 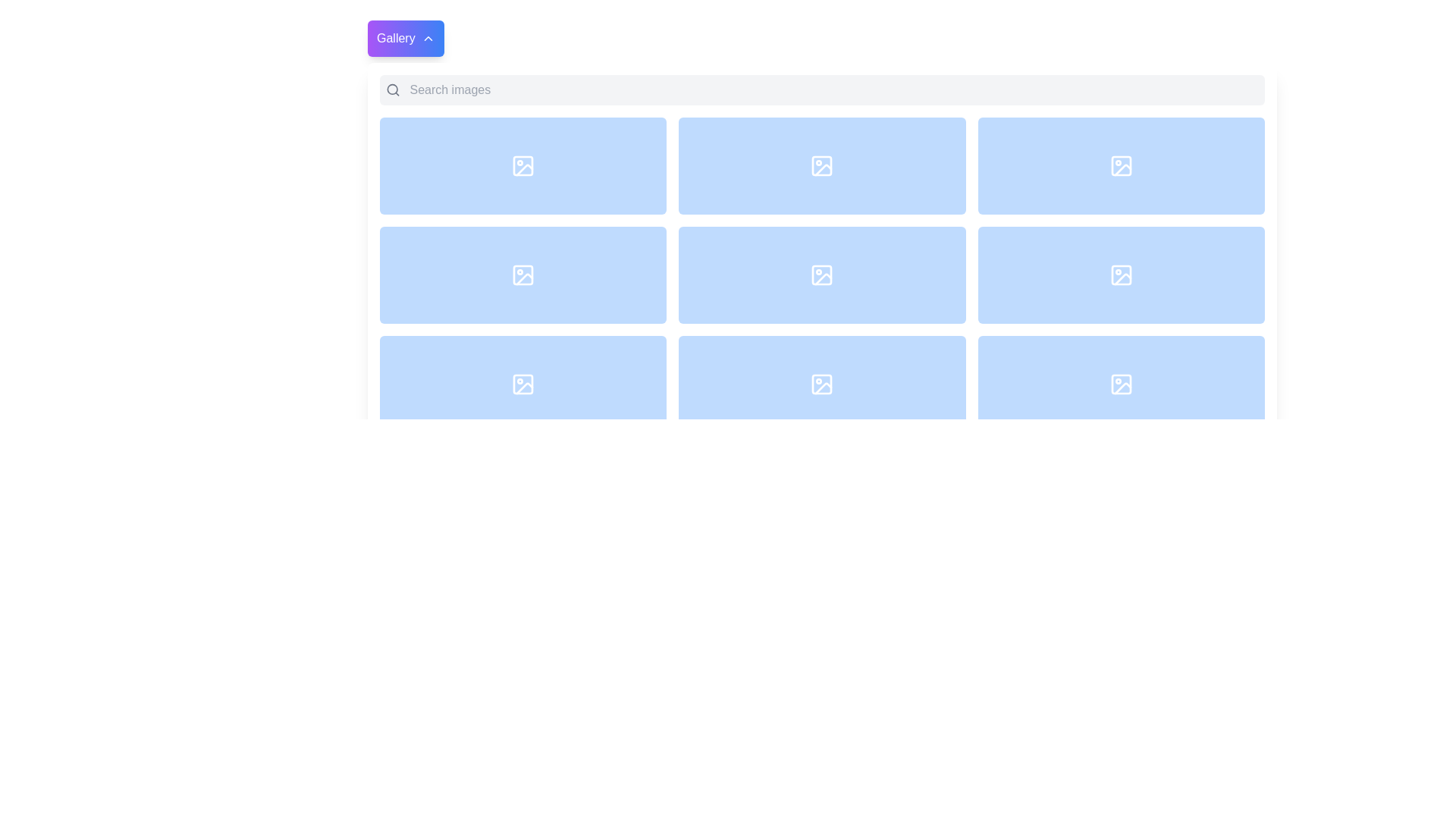 I want to click on the Decorative SVG component within the image placeholder icon located in the fourth column and third row of the grid layout, so click(x=523, y=383).